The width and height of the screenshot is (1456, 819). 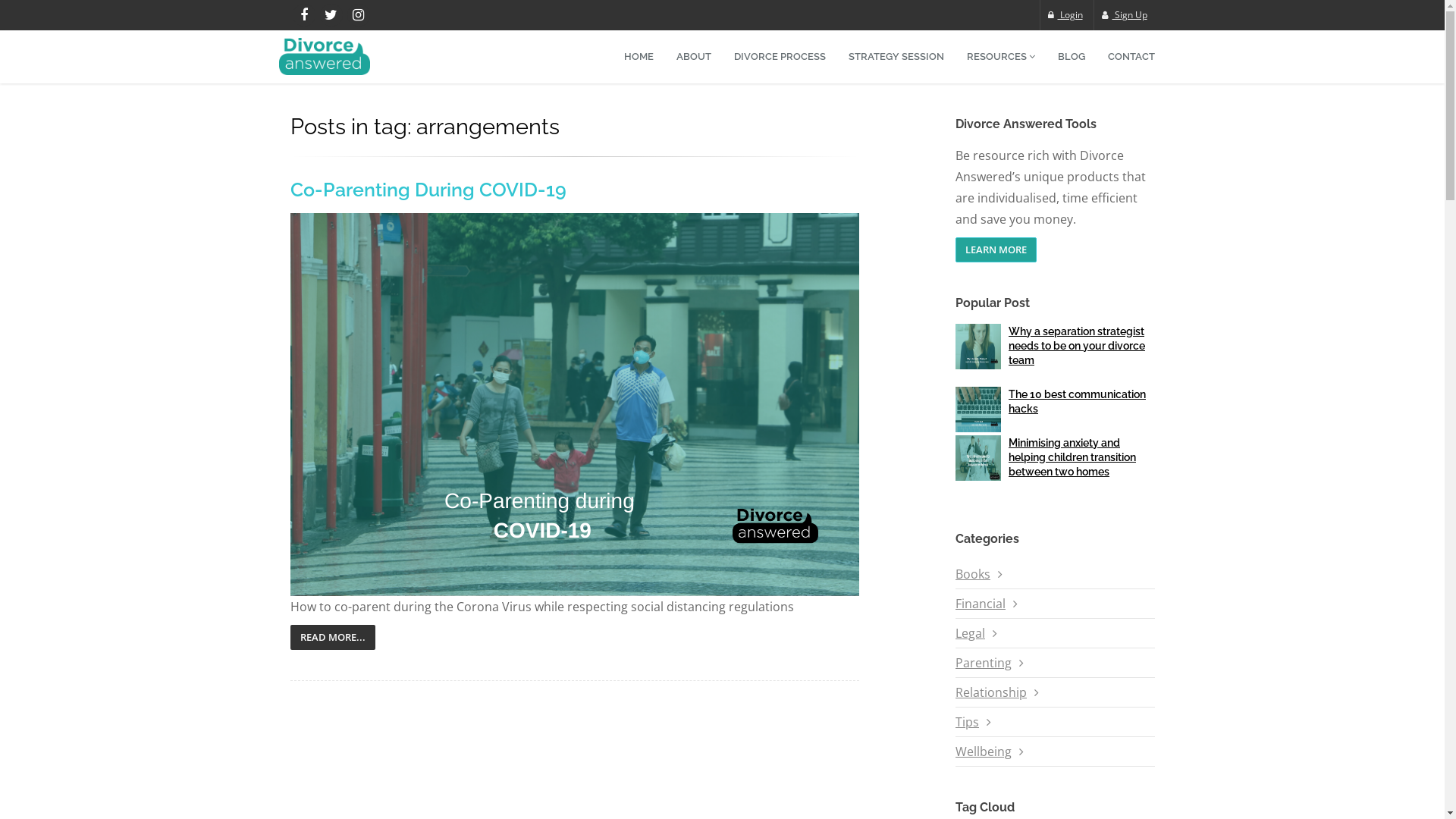 What do you see at coordinates (1131, 55) in the screenshot?
I see `'CONTACT'` at bounding box center [1131, 55].